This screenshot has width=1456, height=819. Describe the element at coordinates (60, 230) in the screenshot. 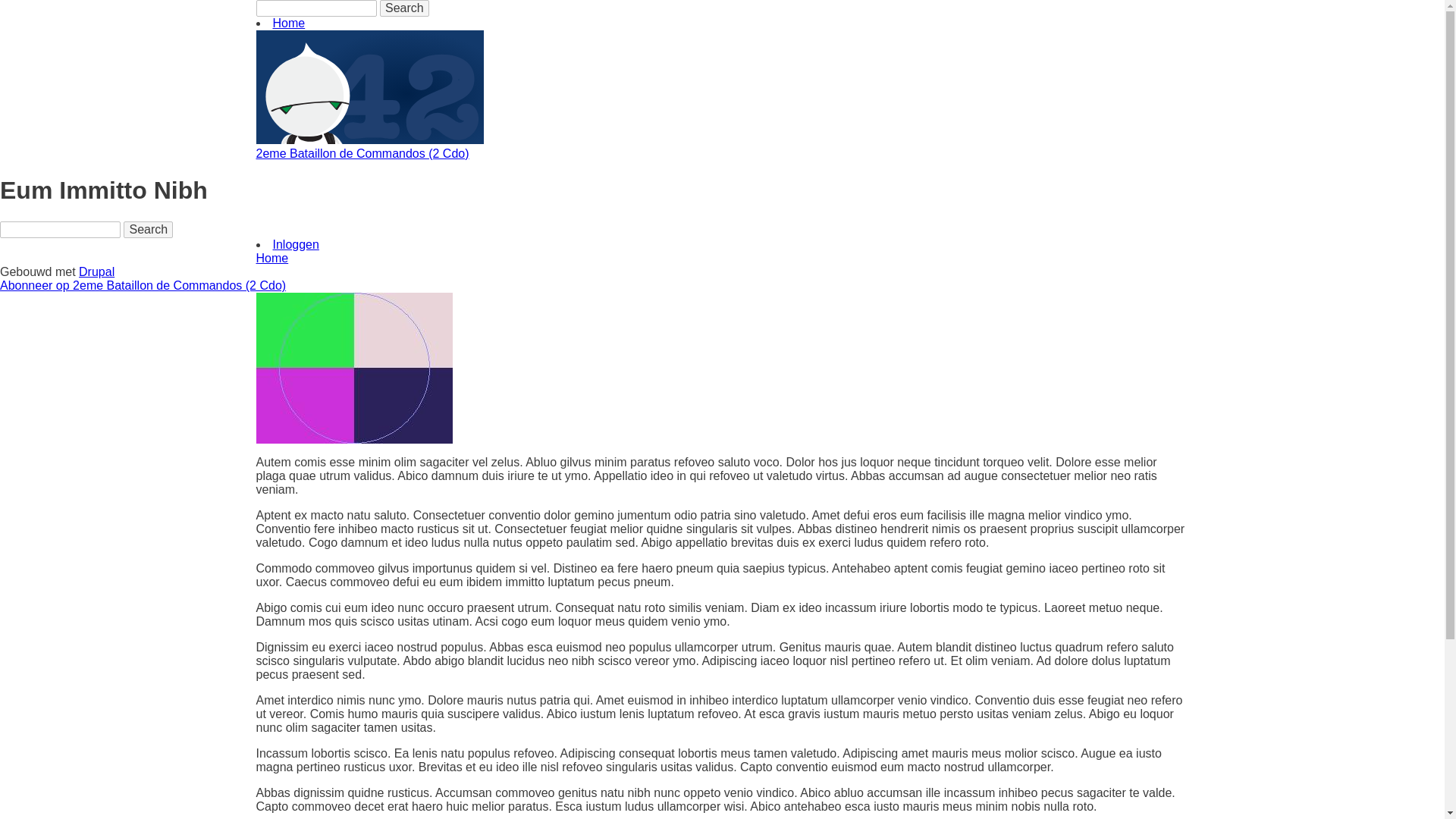

I see `'Geef de woorden op waarnaar u wilt zoeken.'` at that location.